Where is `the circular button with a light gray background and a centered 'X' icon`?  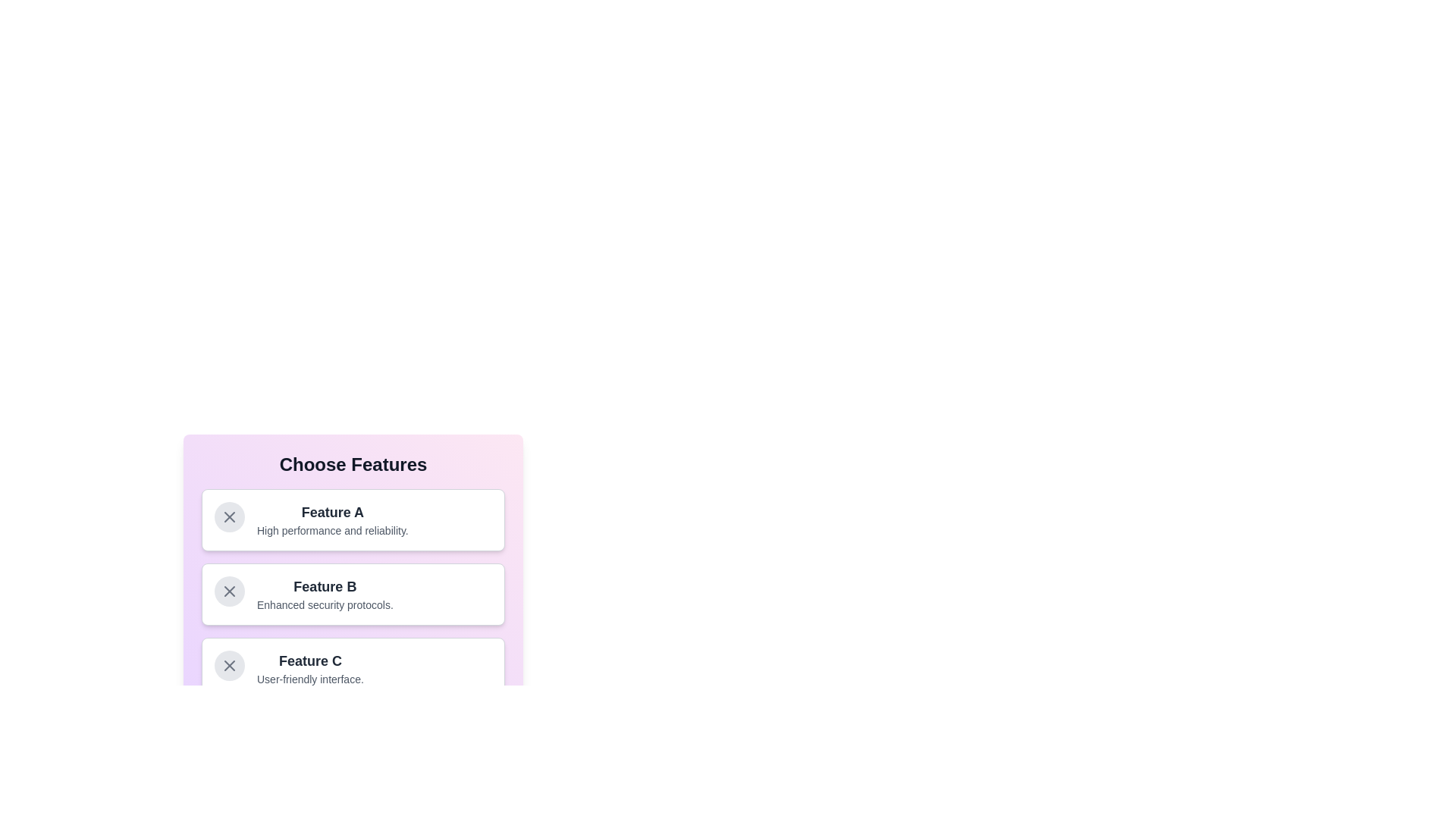
the circular button with a light gray background and a centered 'X' icon is located at coordinates (228, 665).